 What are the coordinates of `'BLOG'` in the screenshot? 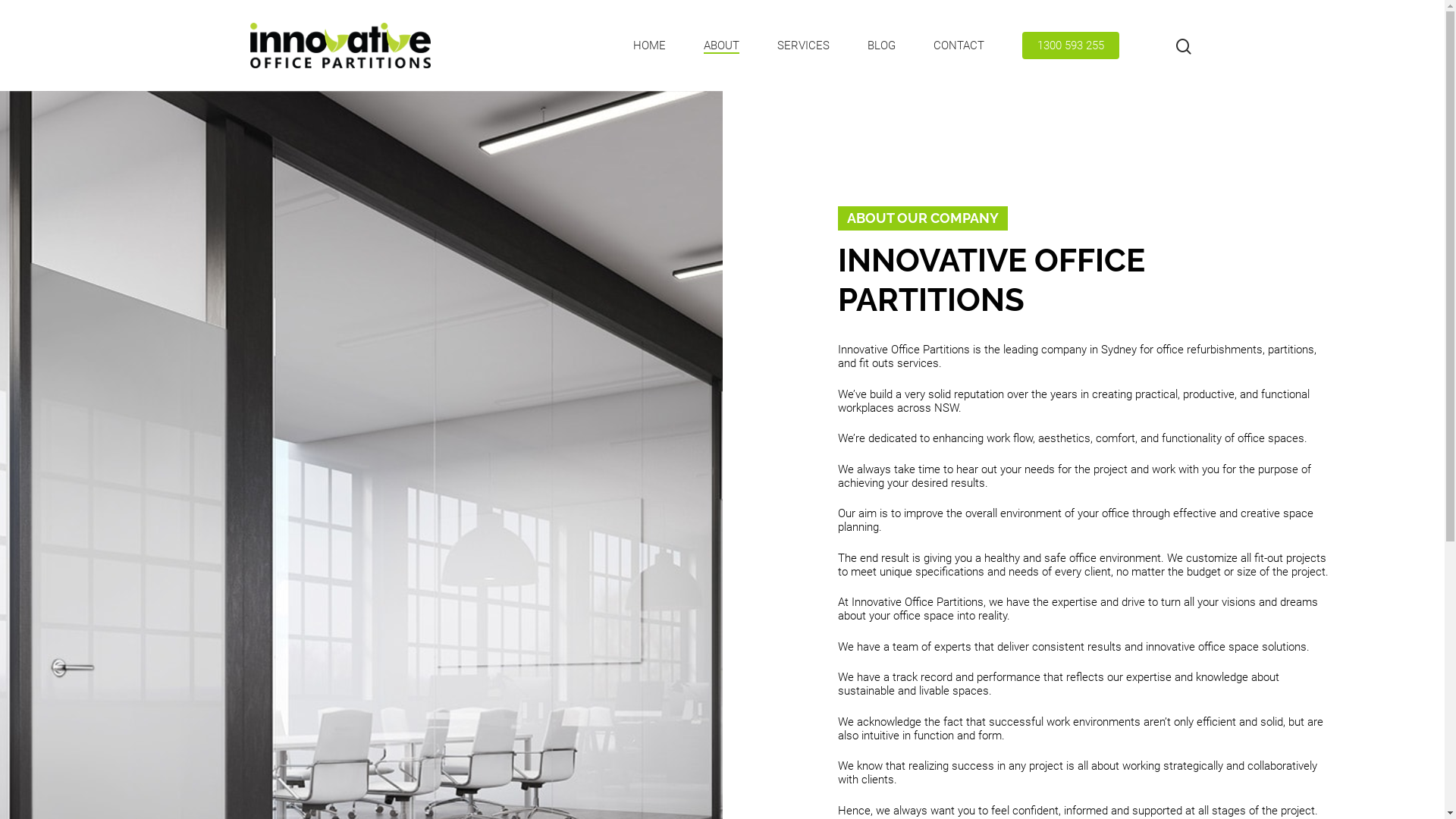 It's located at (881, 44).